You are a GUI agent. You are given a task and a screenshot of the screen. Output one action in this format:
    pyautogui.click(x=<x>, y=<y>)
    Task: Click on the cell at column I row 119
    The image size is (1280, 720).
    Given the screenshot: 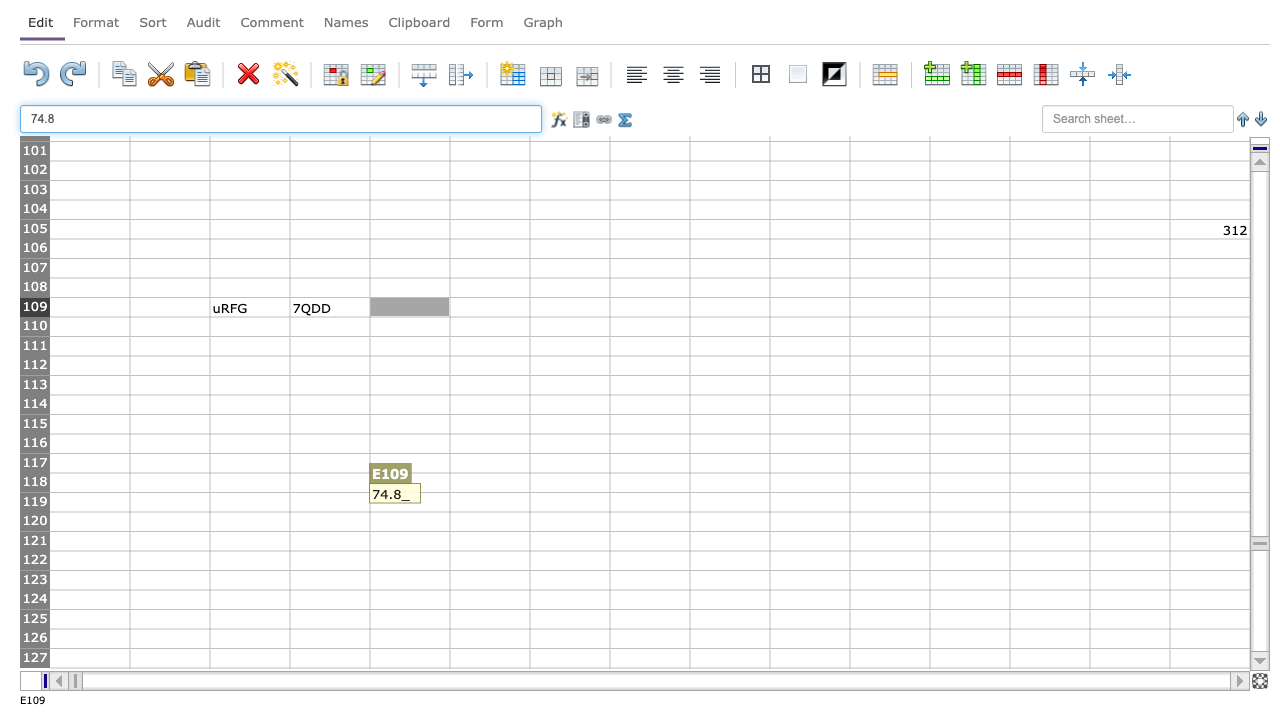 What is the action you would take?
    pyautogui.click(x=728, y=501)
    